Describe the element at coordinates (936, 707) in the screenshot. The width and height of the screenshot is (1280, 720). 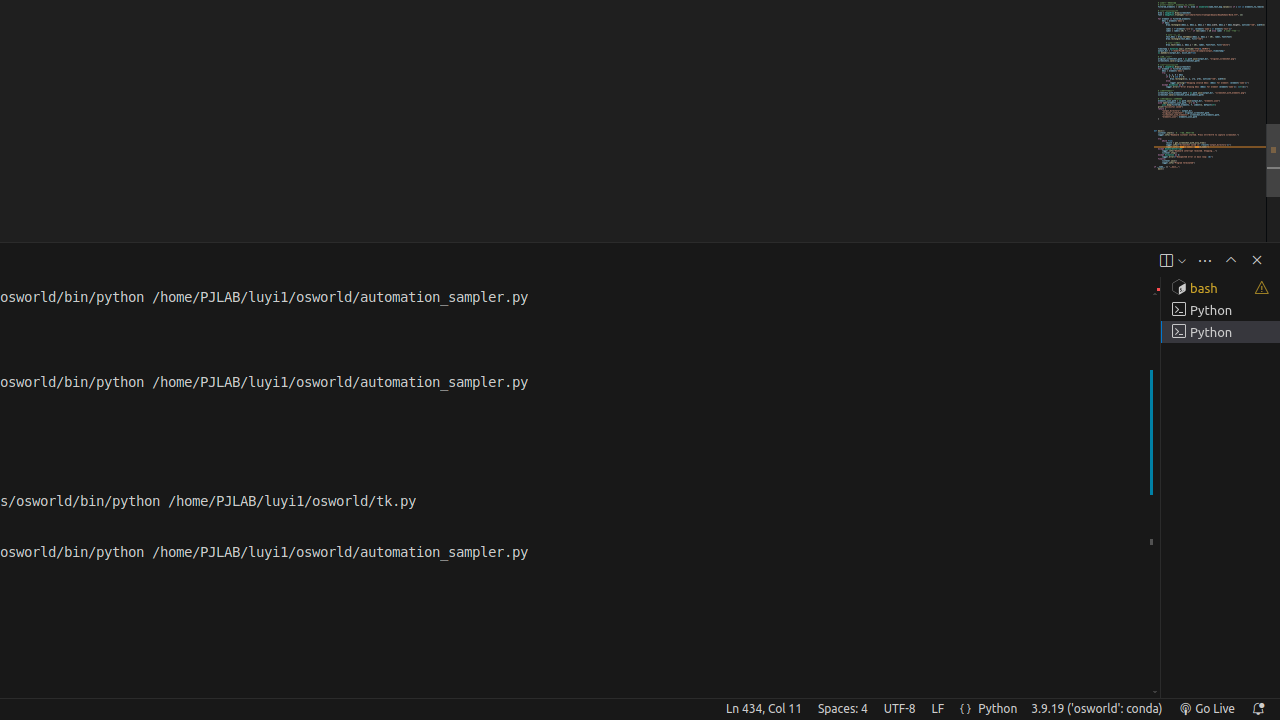
I see `'LF'` at that location.